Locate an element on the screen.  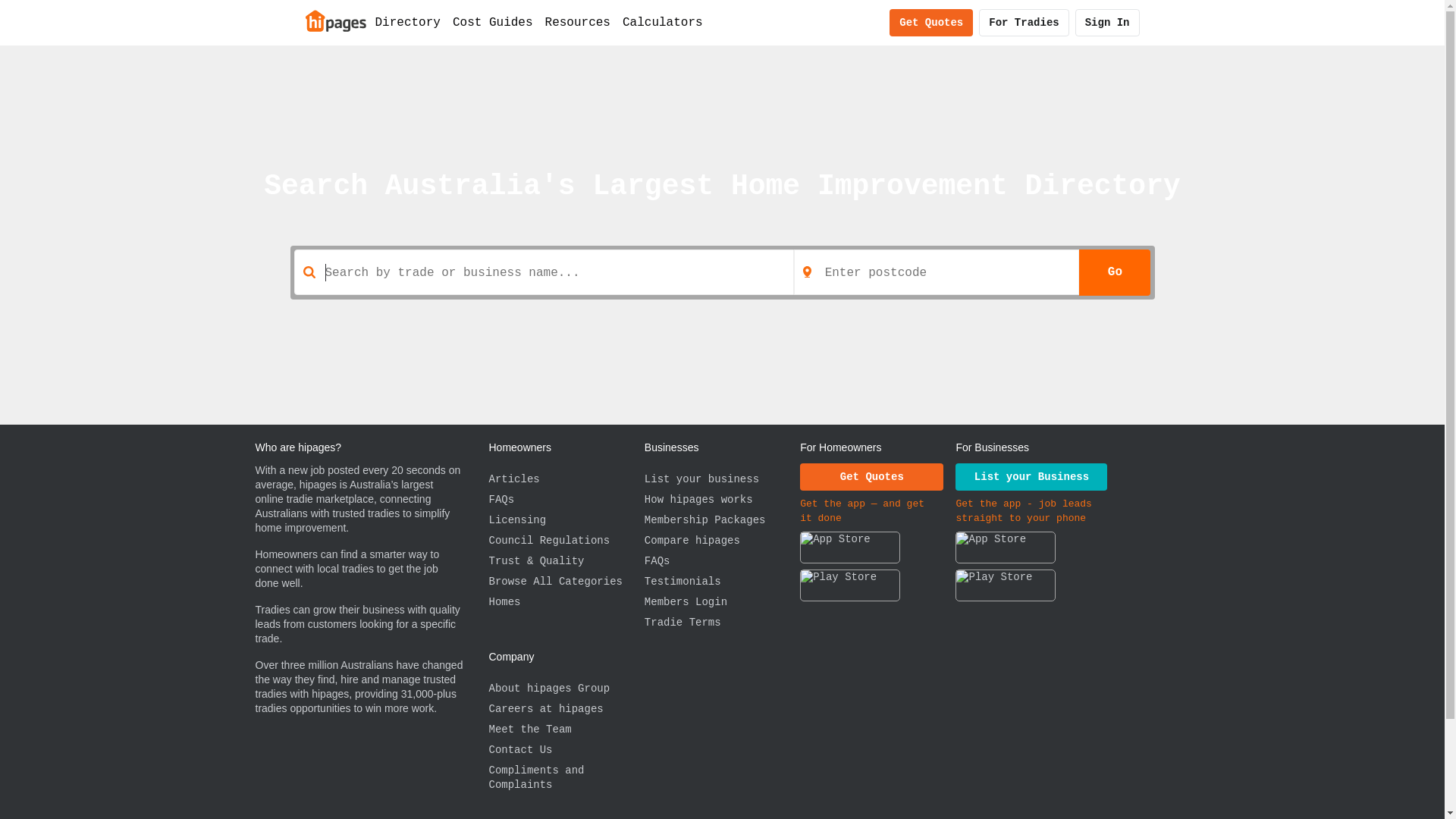
'FAQs' is located at coordinates (565, 500).